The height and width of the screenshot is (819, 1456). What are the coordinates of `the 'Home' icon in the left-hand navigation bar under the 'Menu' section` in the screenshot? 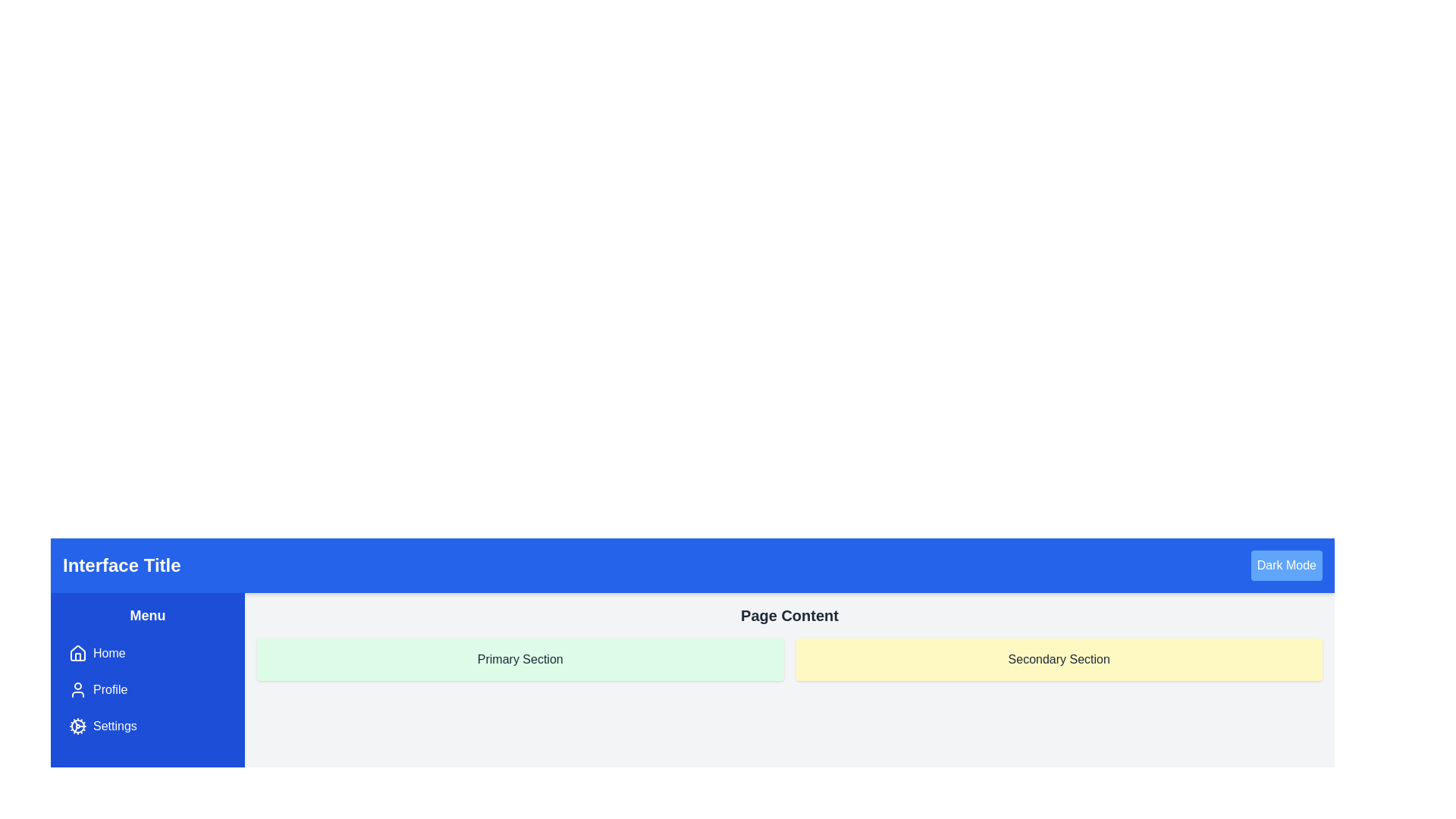 It's located at (77, 651).